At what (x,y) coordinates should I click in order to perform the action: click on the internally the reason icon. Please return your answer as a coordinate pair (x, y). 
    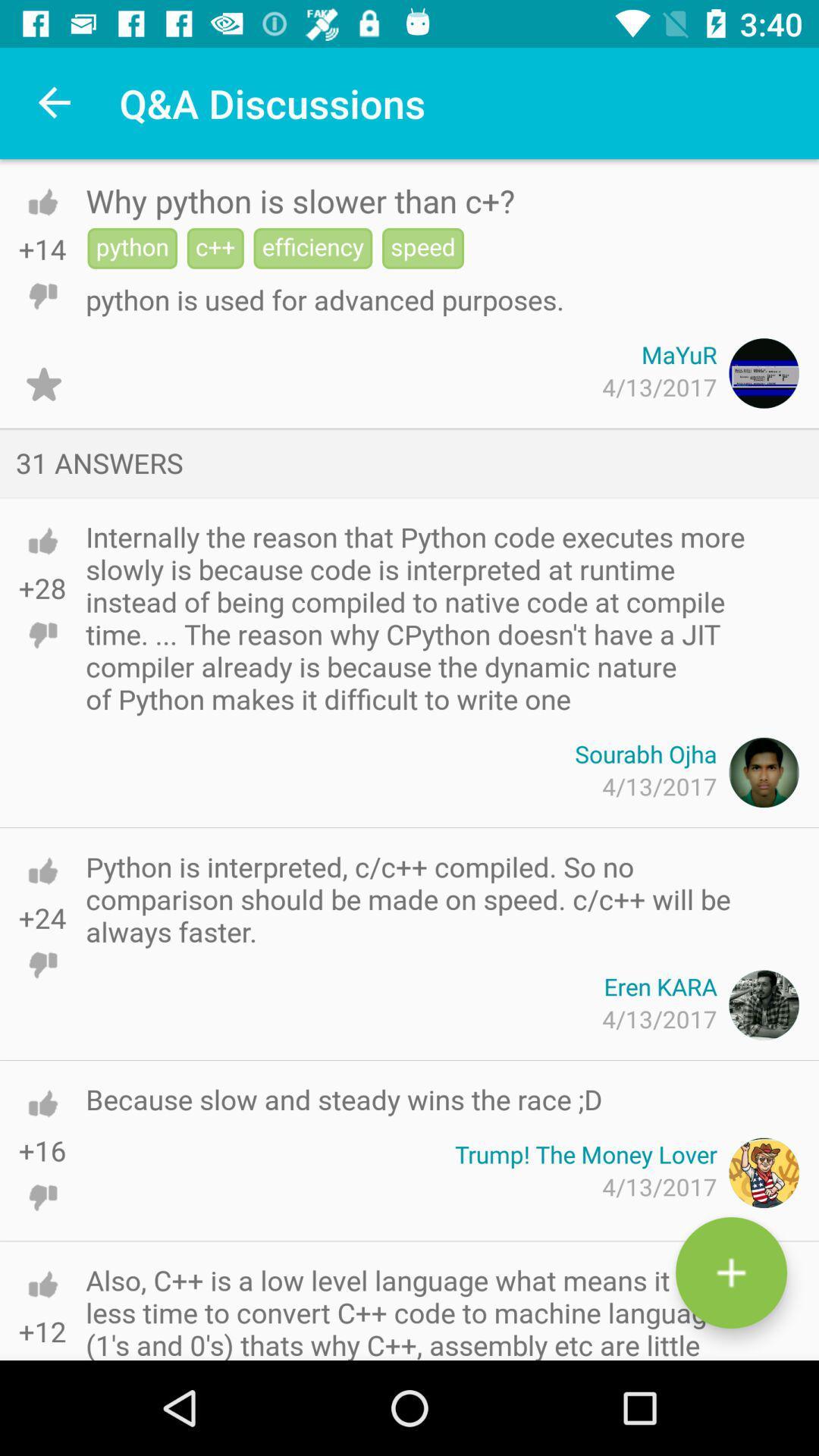
    Looking at the image, I should click on (424, 617).